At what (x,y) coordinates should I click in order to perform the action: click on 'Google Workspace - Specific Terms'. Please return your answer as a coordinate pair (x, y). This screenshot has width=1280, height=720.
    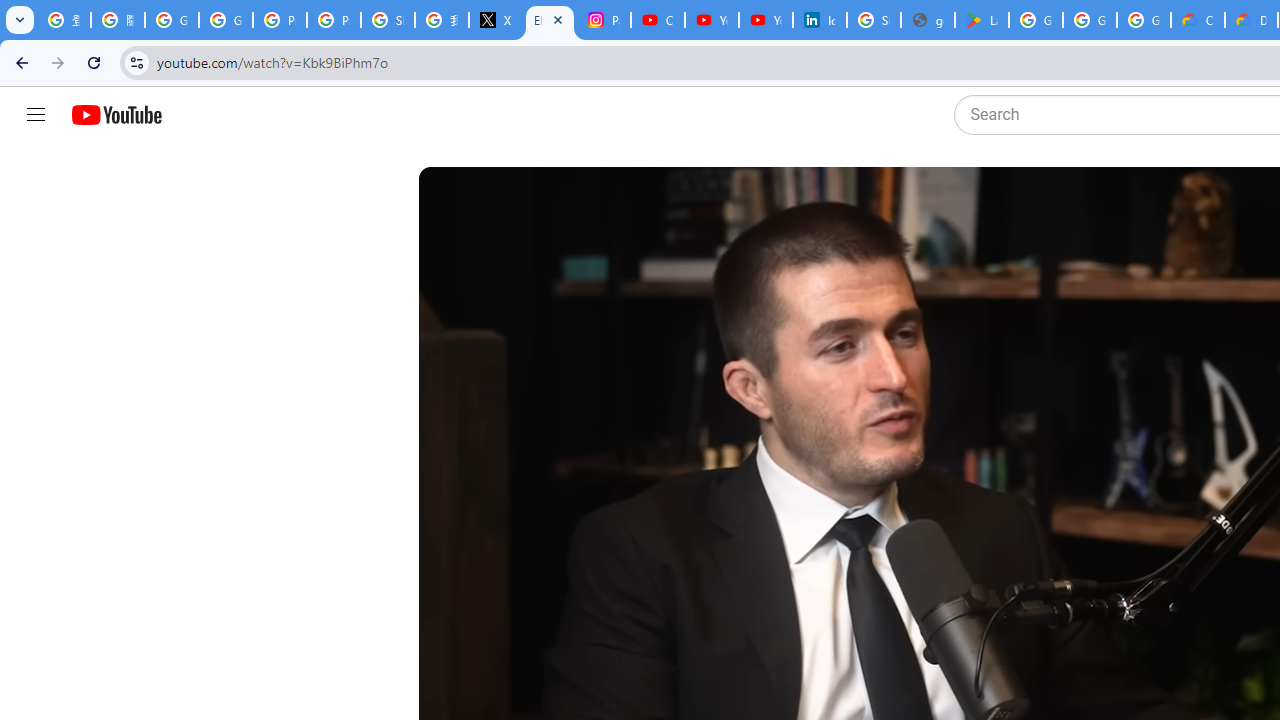
    Looking at the image, I should click on (1088, 20).